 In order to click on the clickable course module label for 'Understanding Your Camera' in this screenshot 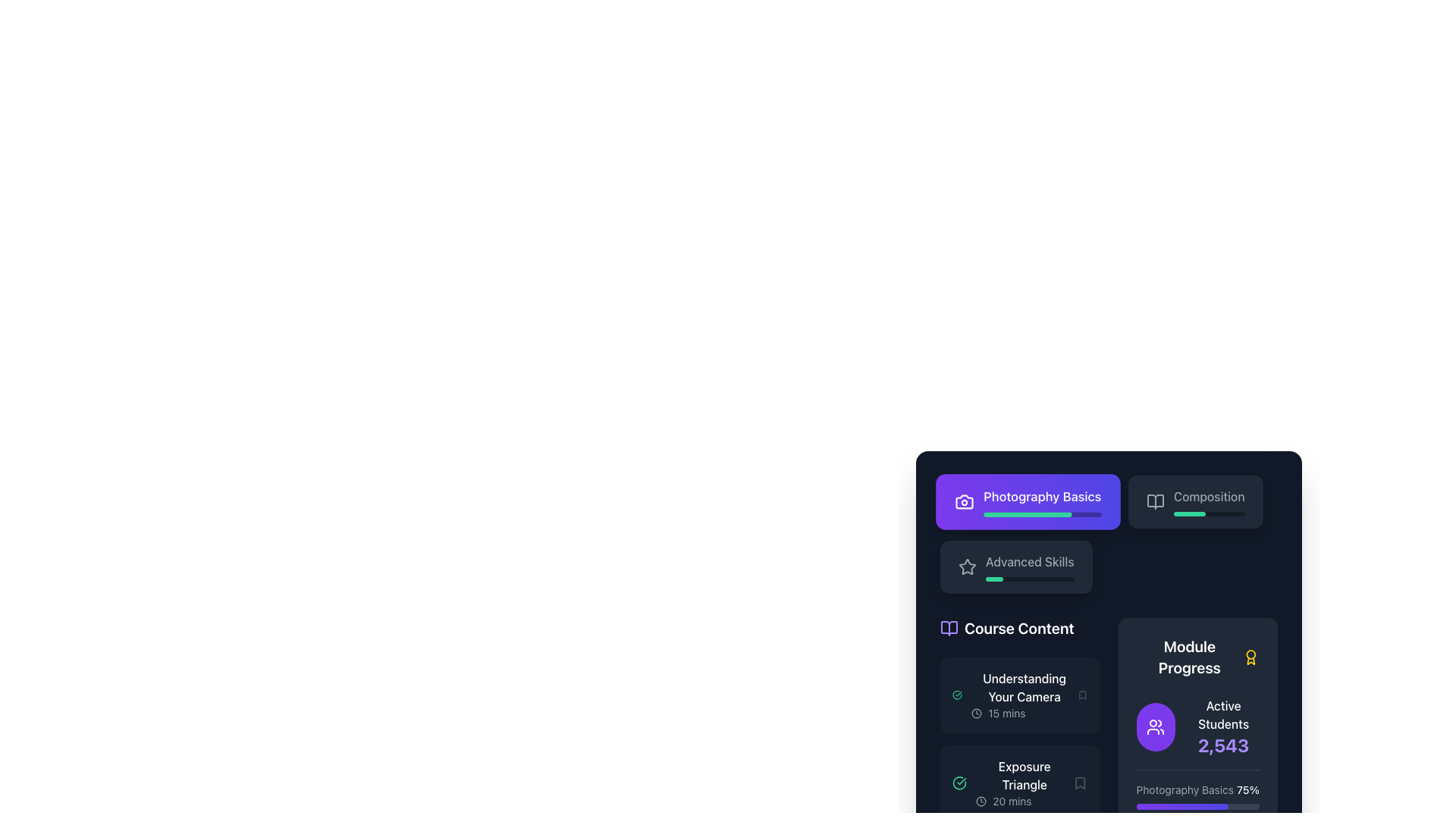, I will do `click(1015, 695)`.